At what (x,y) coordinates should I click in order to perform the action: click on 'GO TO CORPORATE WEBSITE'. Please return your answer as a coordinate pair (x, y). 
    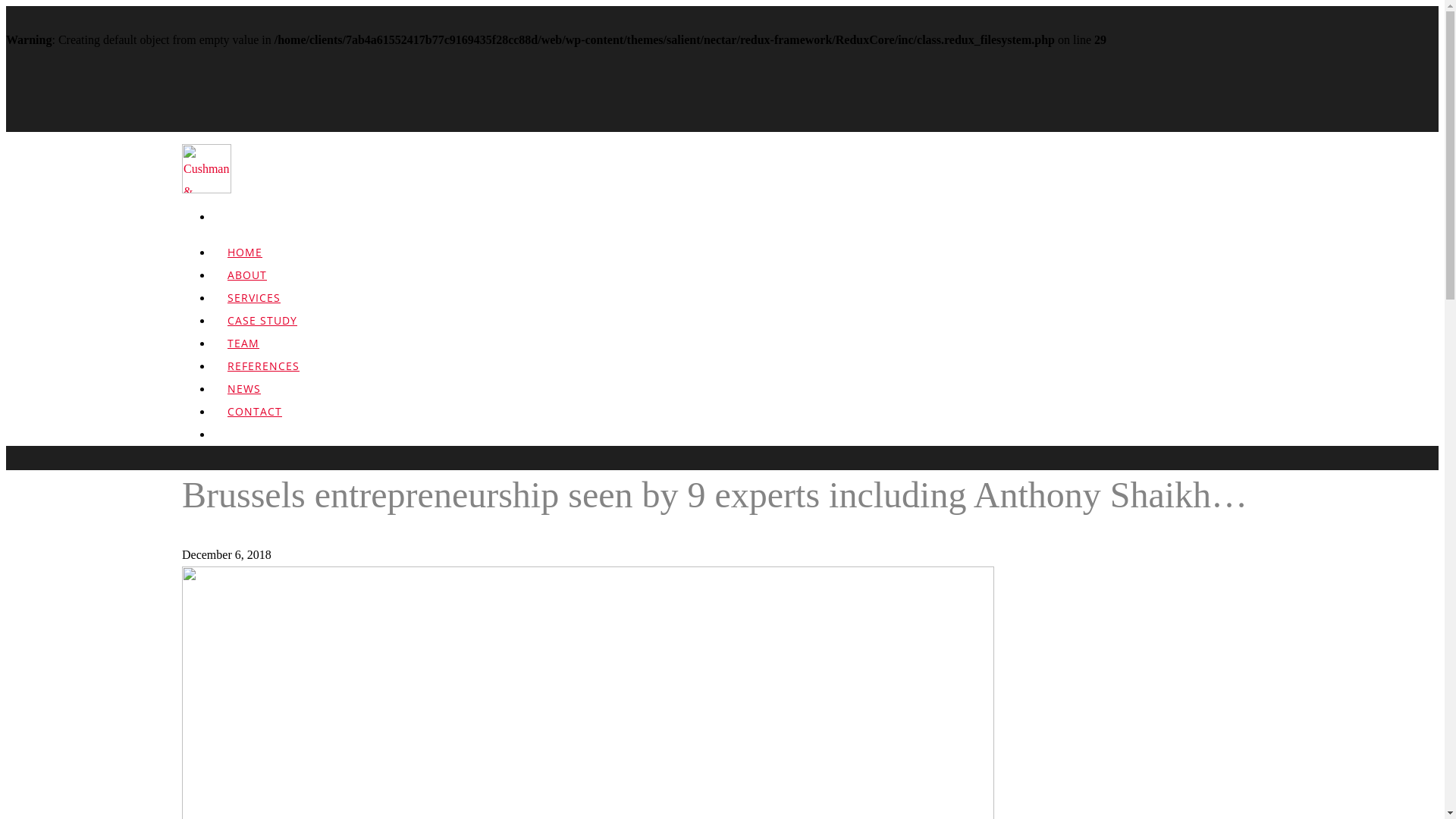
    Looking at the image, I should click on (1301, 780).